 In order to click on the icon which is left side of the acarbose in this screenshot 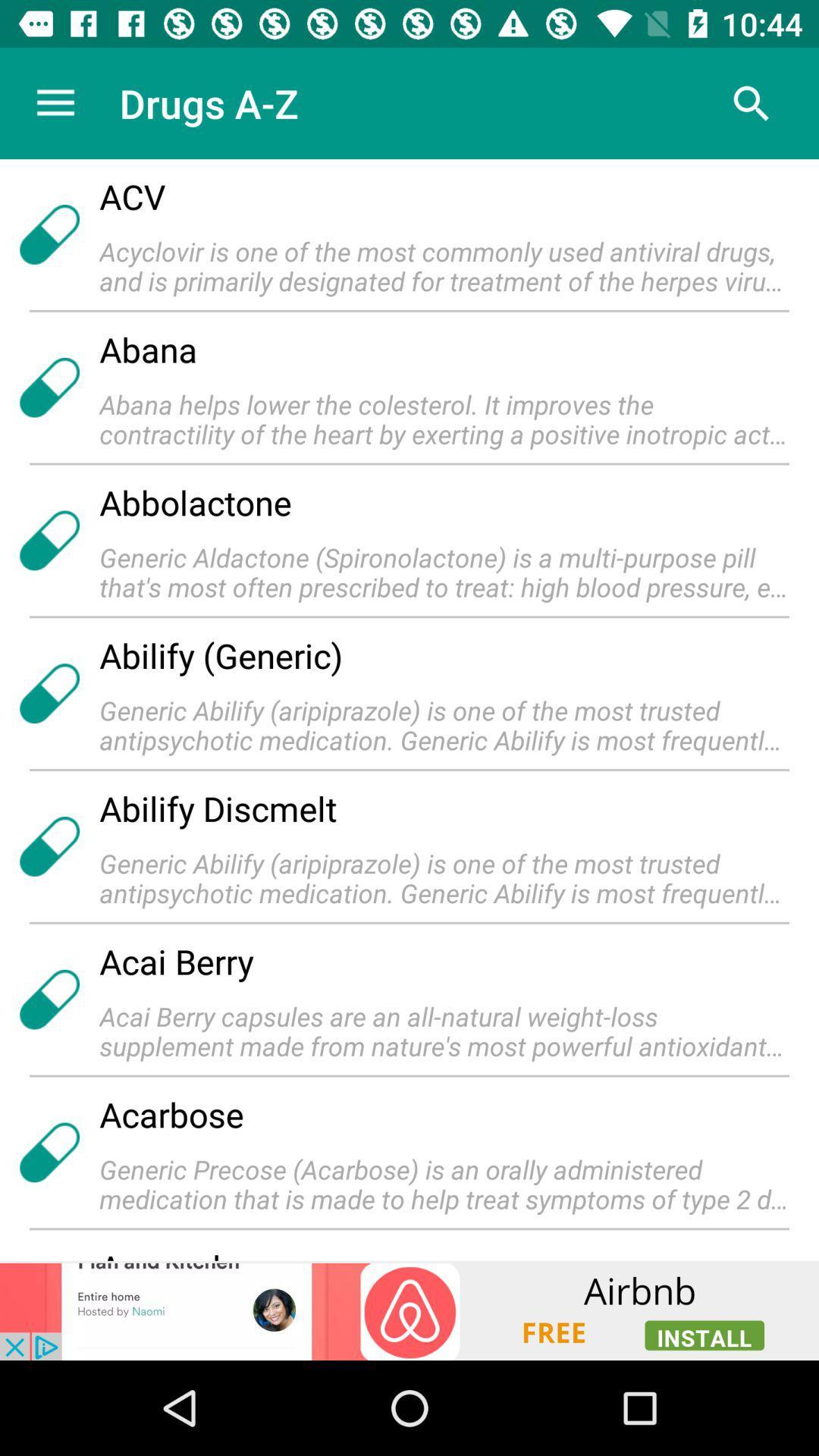, I will do `click(49, 1153)`.